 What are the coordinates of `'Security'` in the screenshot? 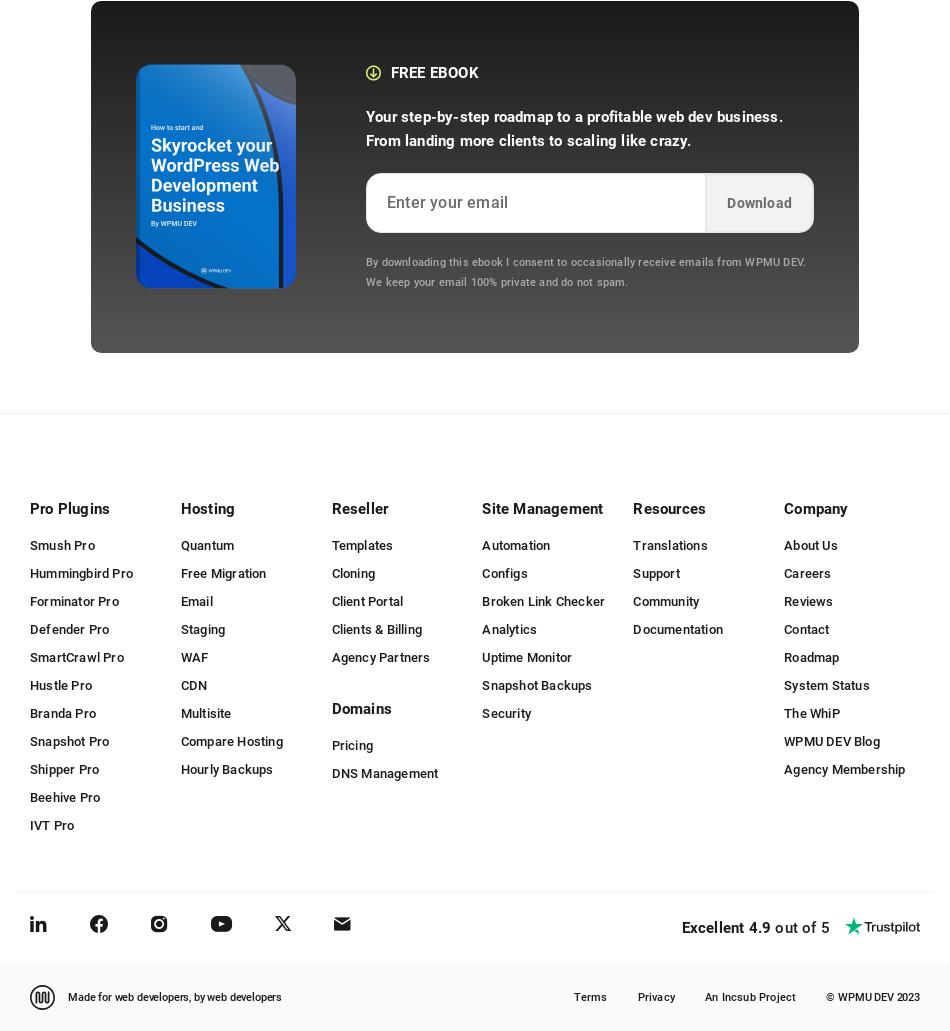 It's located at (506, 712).